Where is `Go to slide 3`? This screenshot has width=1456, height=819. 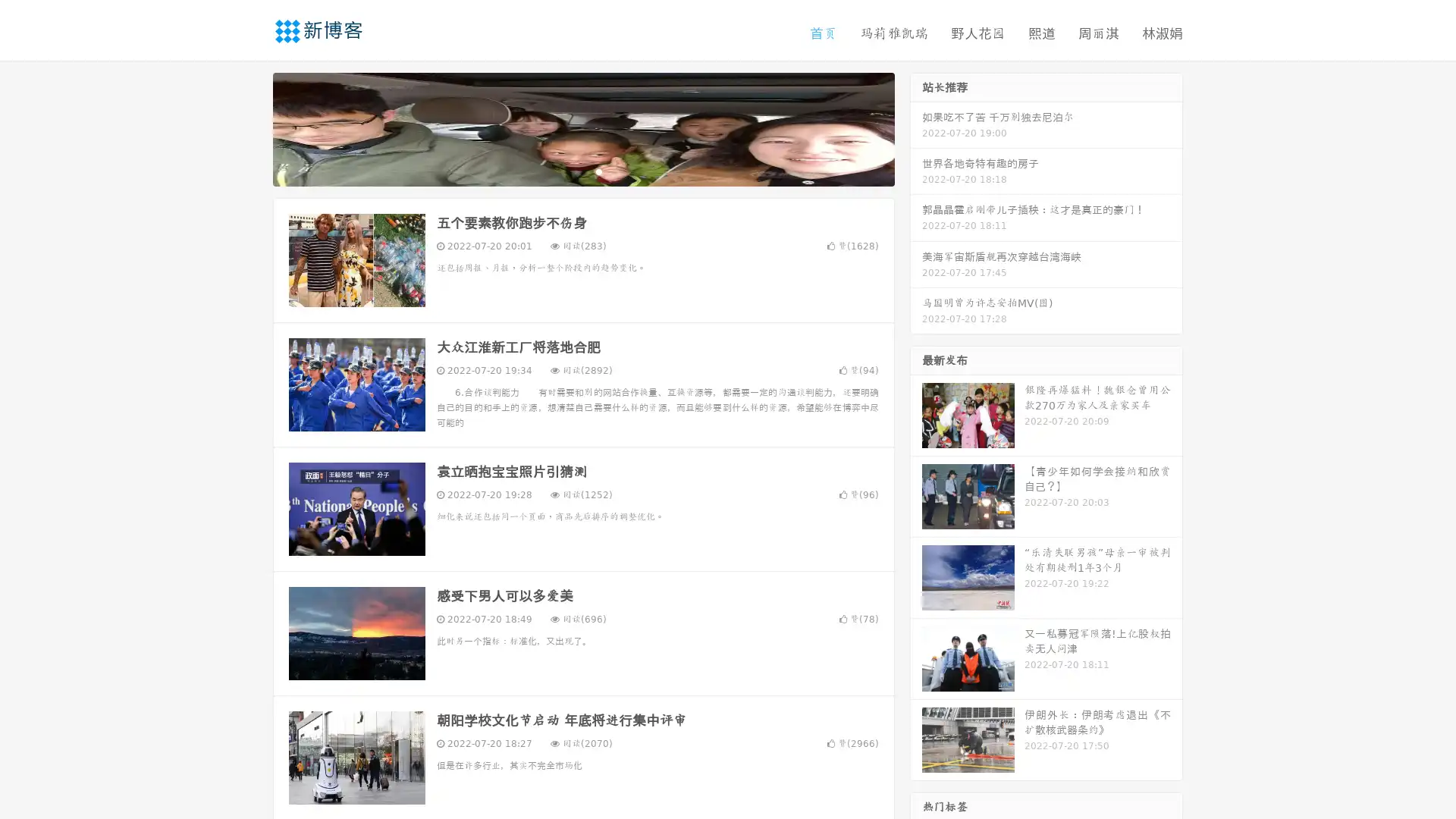 Go to slide 3 is located at coordinates (598, 171).